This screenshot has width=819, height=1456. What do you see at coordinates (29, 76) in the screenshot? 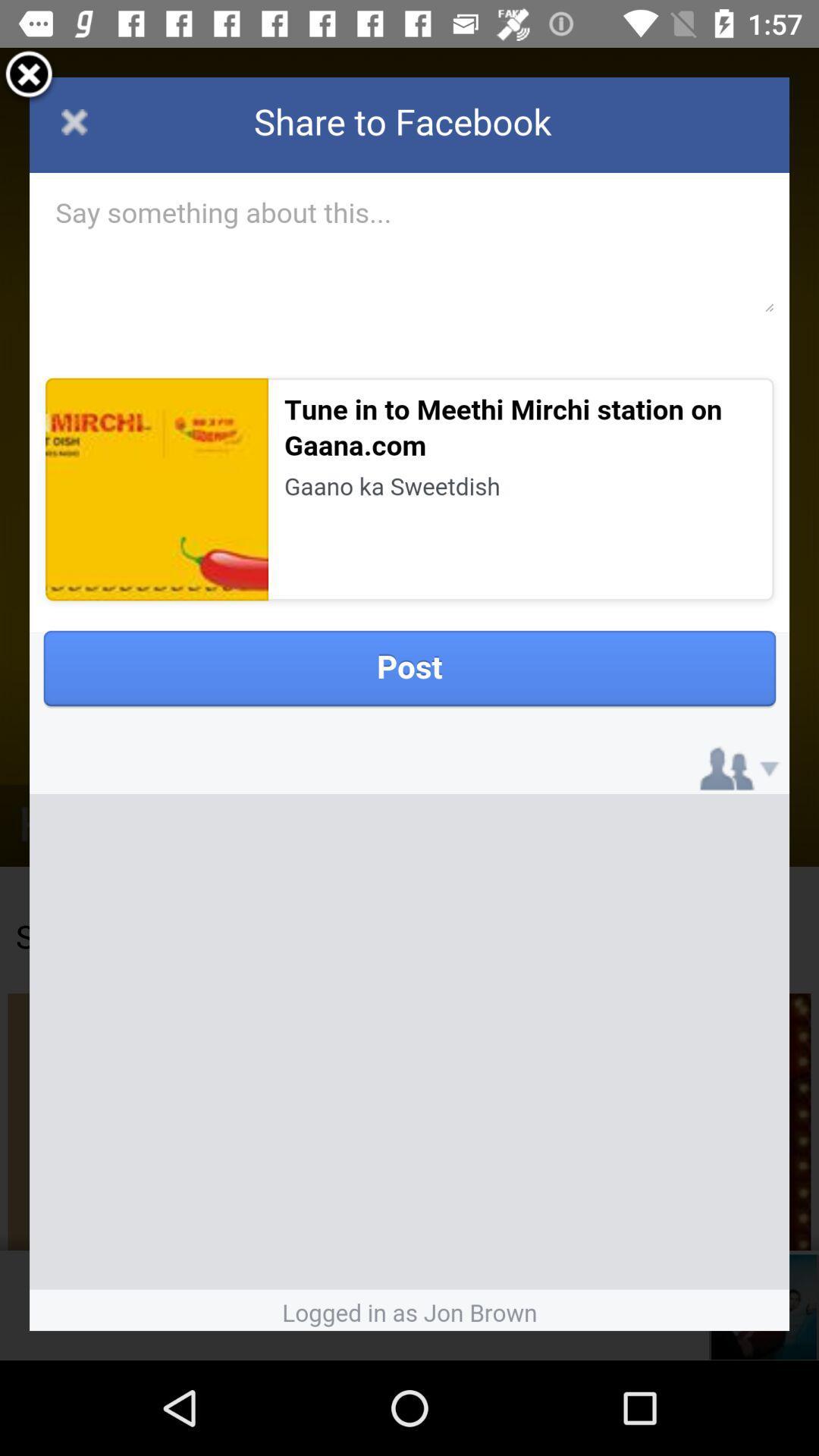
I see `exit` at bounding box center [29, 76].